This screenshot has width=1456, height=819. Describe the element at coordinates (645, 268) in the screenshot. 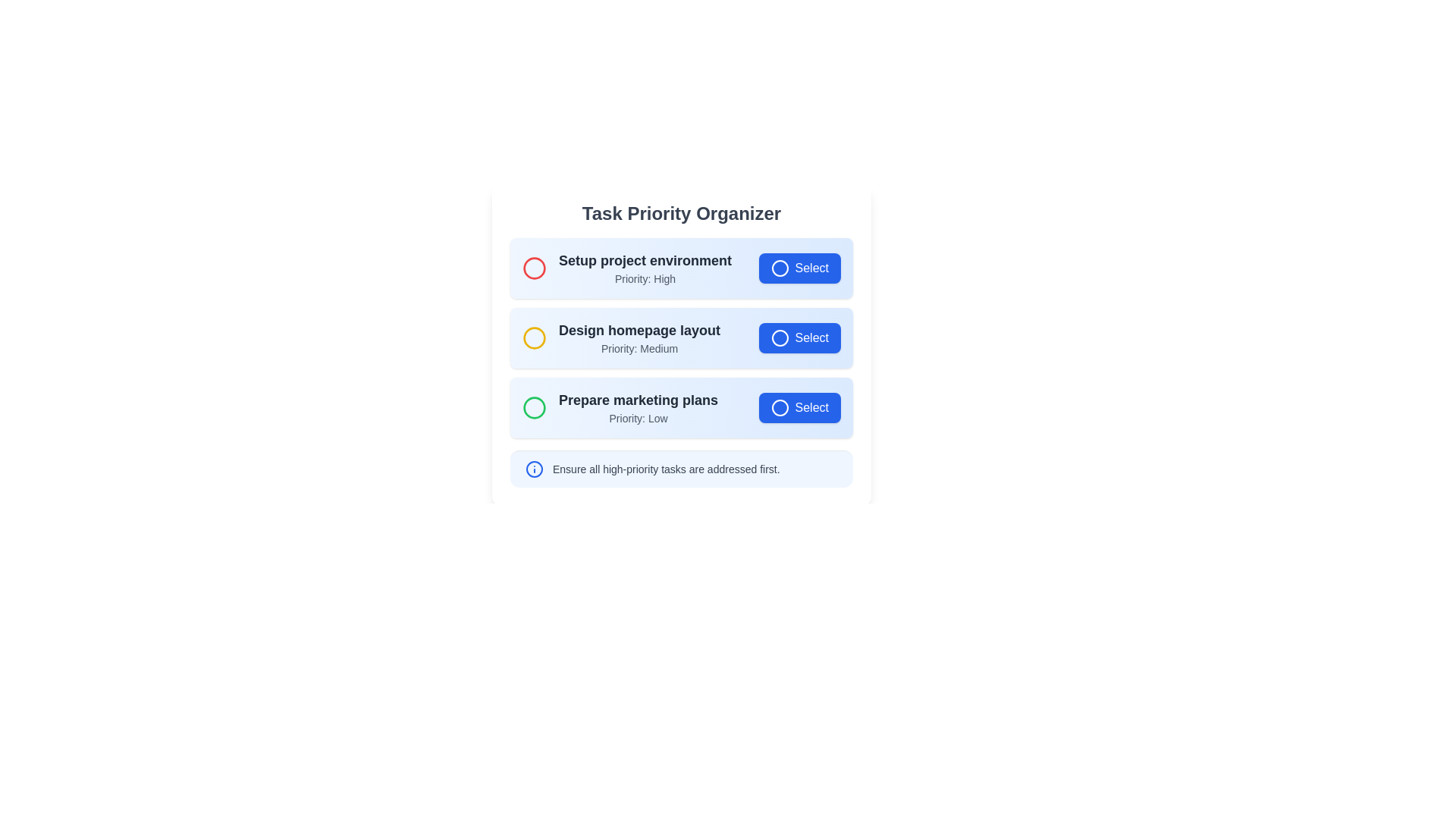

I see `the text label that contains the title 'Setup project environment' and the subtitle 'Priority: High', which is located in the top task entry of a list` at that location.